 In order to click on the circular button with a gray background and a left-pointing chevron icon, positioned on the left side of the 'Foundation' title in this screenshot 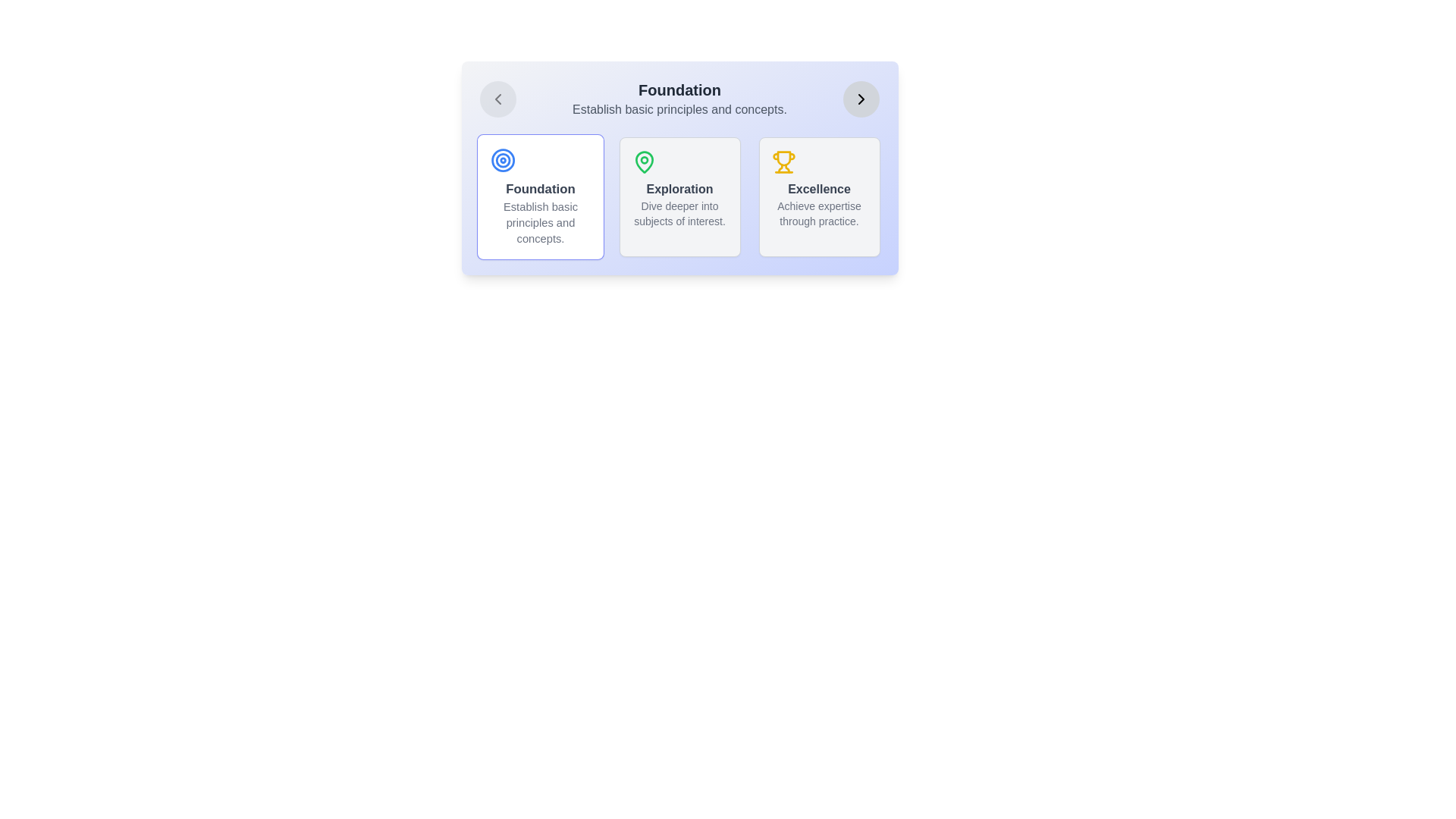, I will do `click(497, 99)`.